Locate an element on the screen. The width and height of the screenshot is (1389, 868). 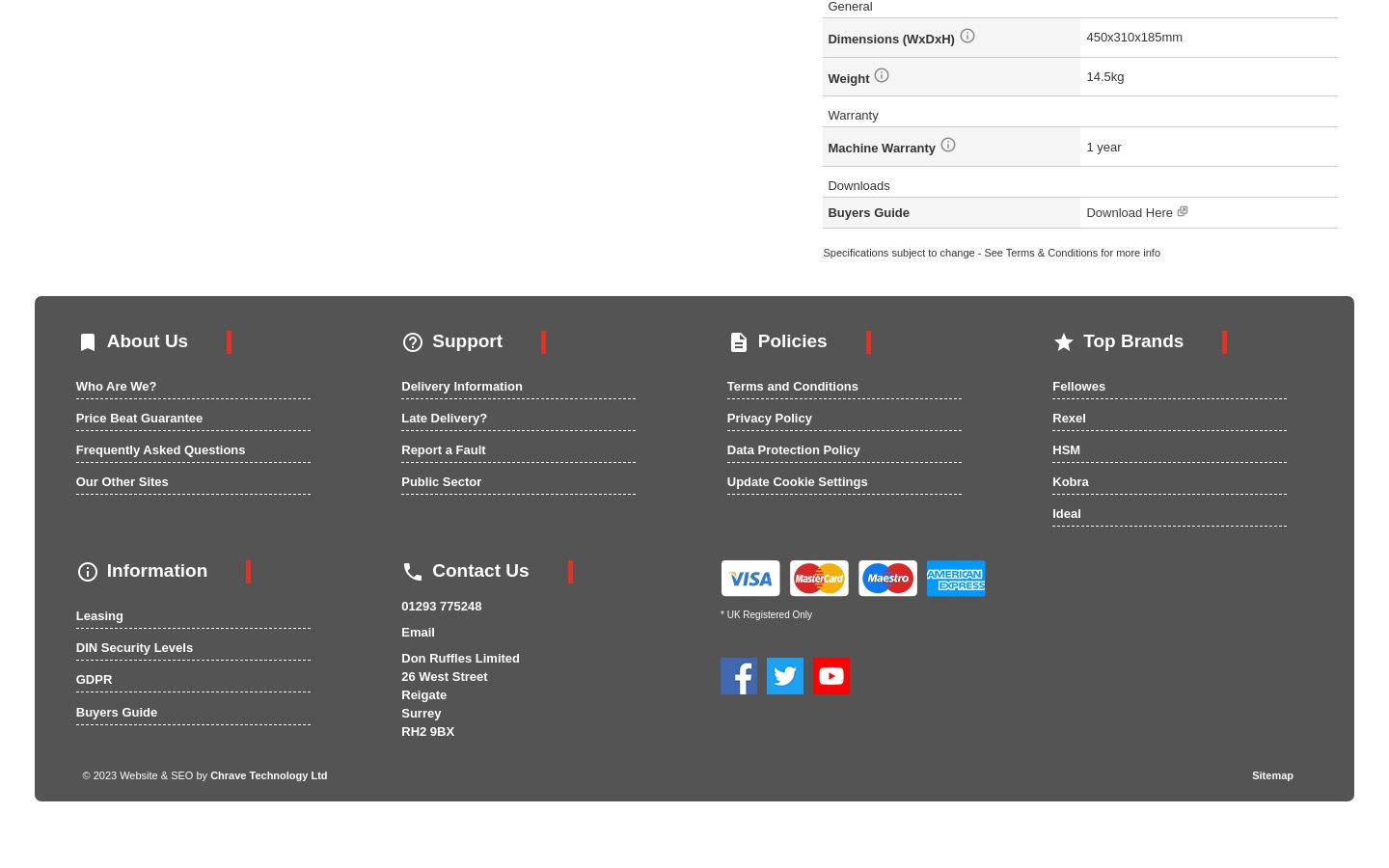
'Support' is located at coordinates (466, 340).